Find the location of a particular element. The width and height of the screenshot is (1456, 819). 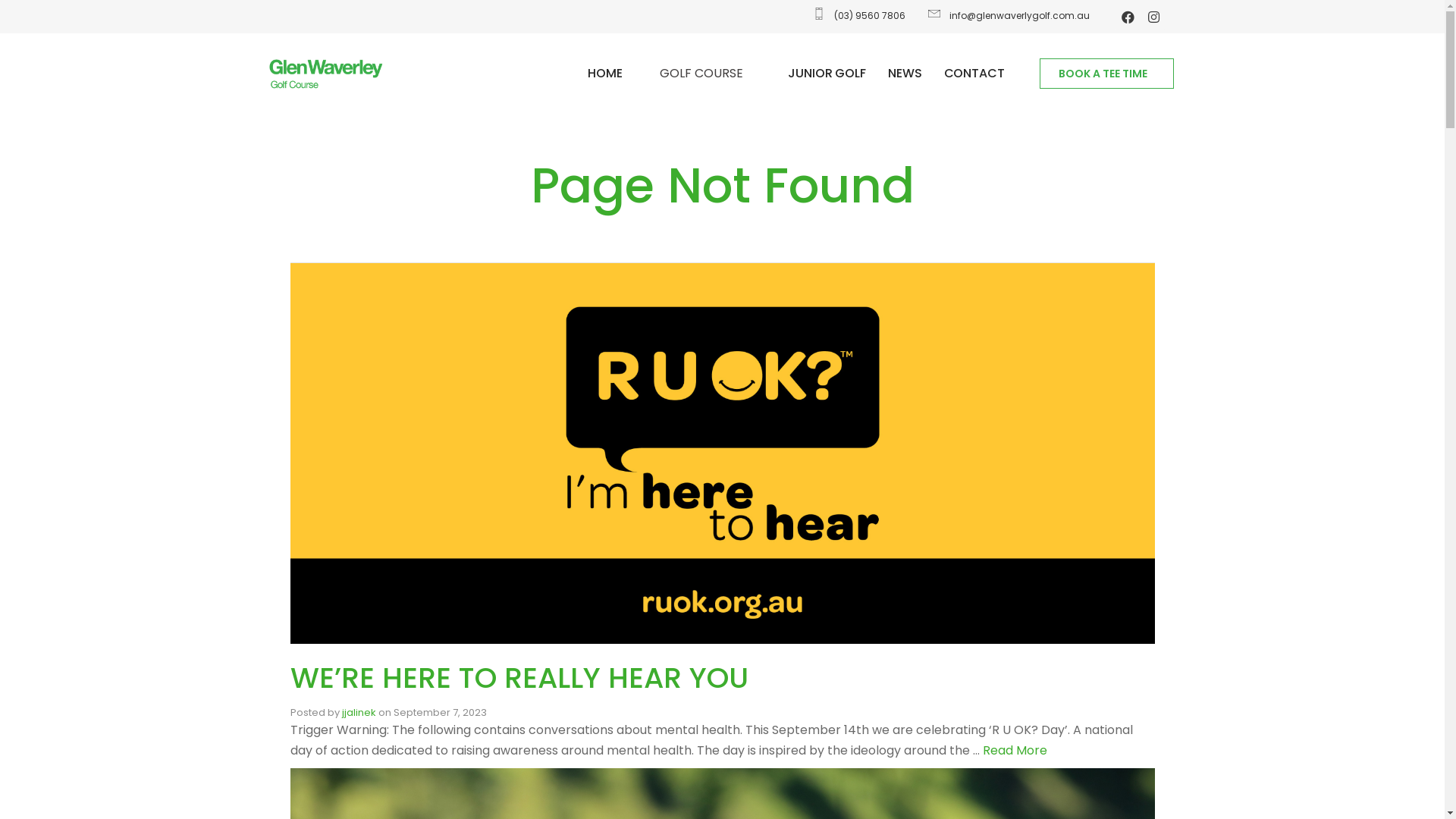

'CONTACT' is located at coordinates (974, 73).